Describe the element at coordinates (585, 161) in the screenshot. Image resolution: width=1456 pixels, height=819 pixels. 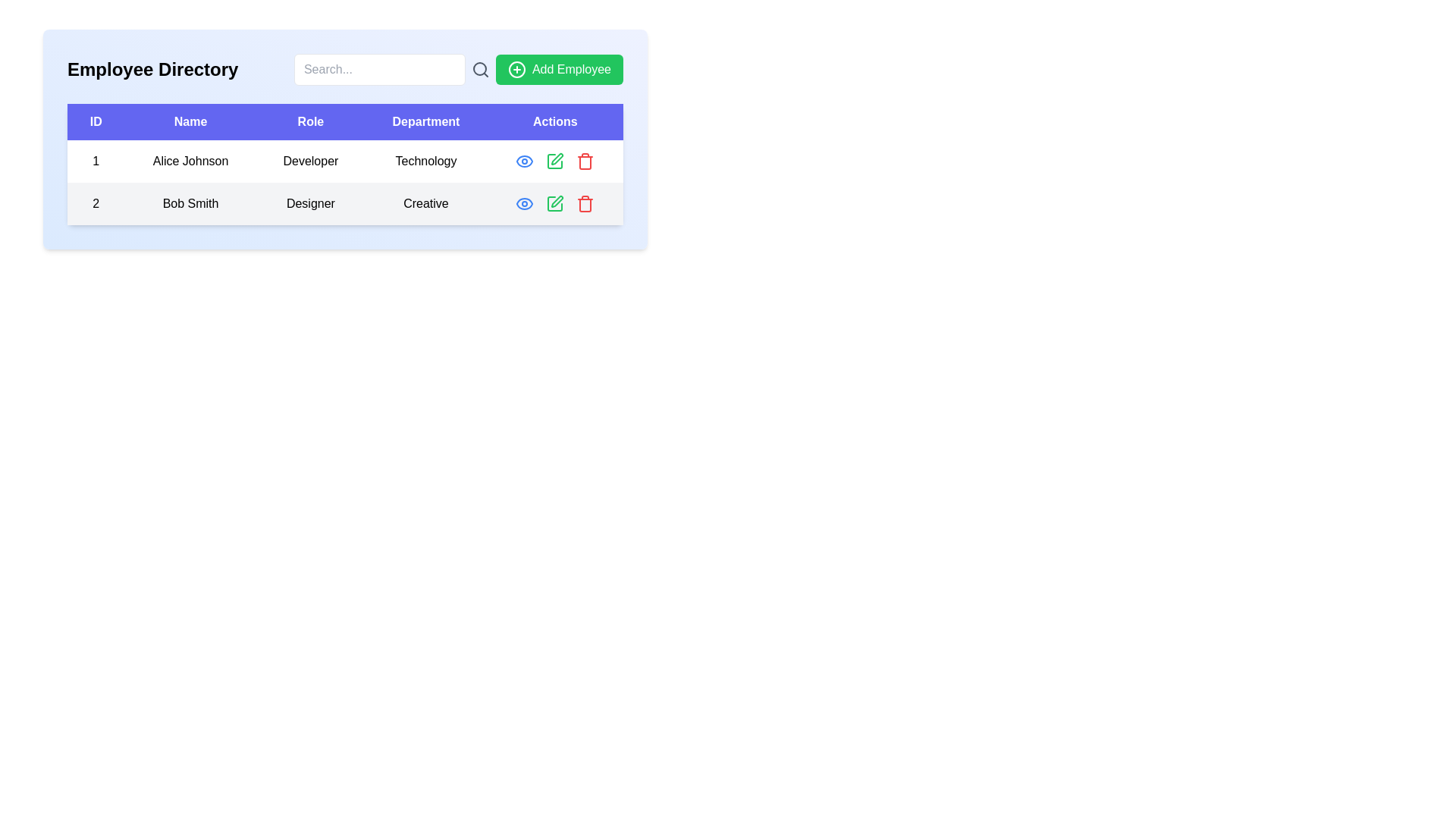
I see `the delete icon button located in the 'Actions' column of the second row for 'Bob Smith' to change its color` at that location.